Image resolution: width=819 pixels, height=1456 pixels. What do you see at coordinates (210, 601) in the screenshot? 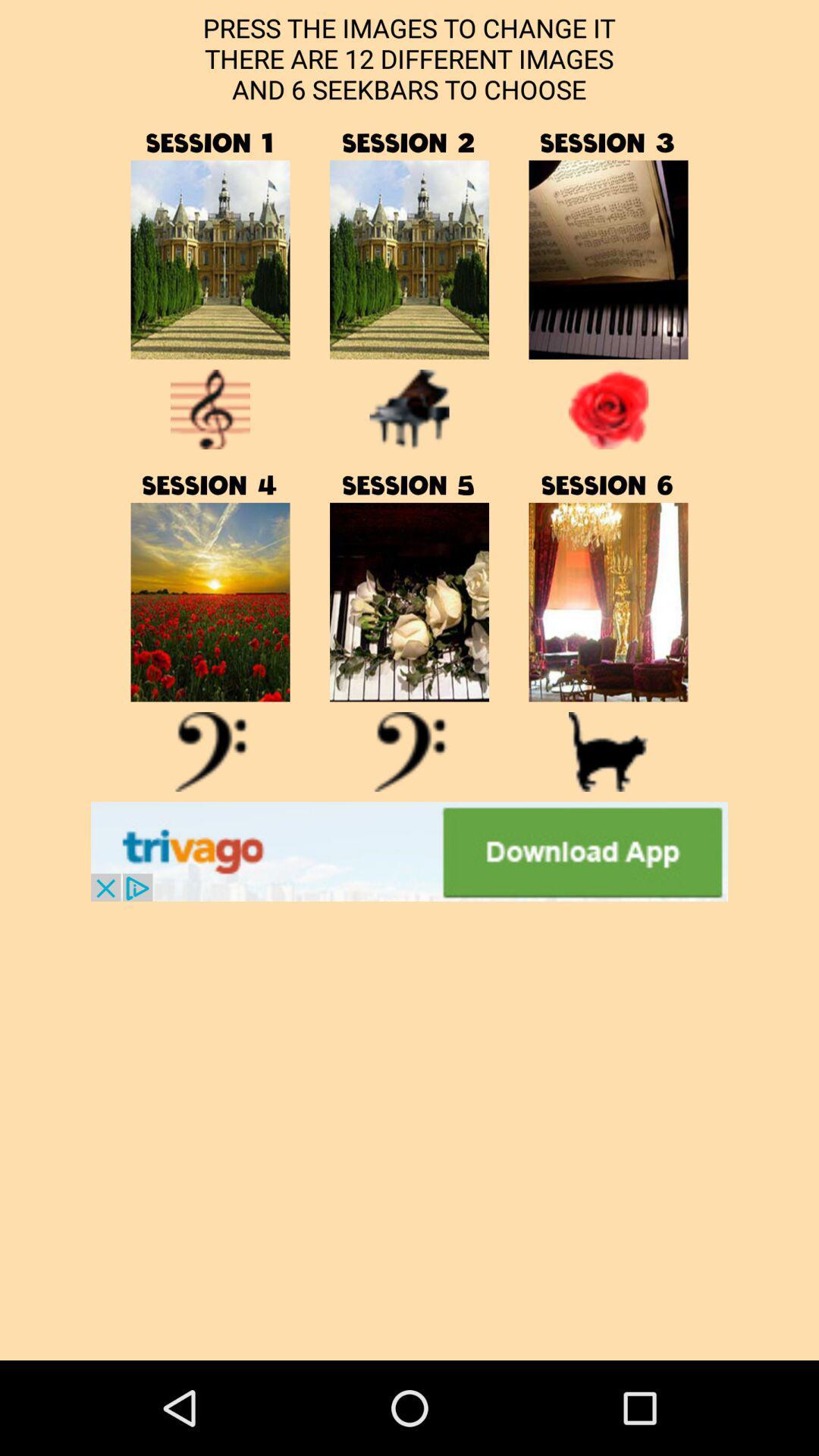
I see `open` at bounding box center [210, 601].